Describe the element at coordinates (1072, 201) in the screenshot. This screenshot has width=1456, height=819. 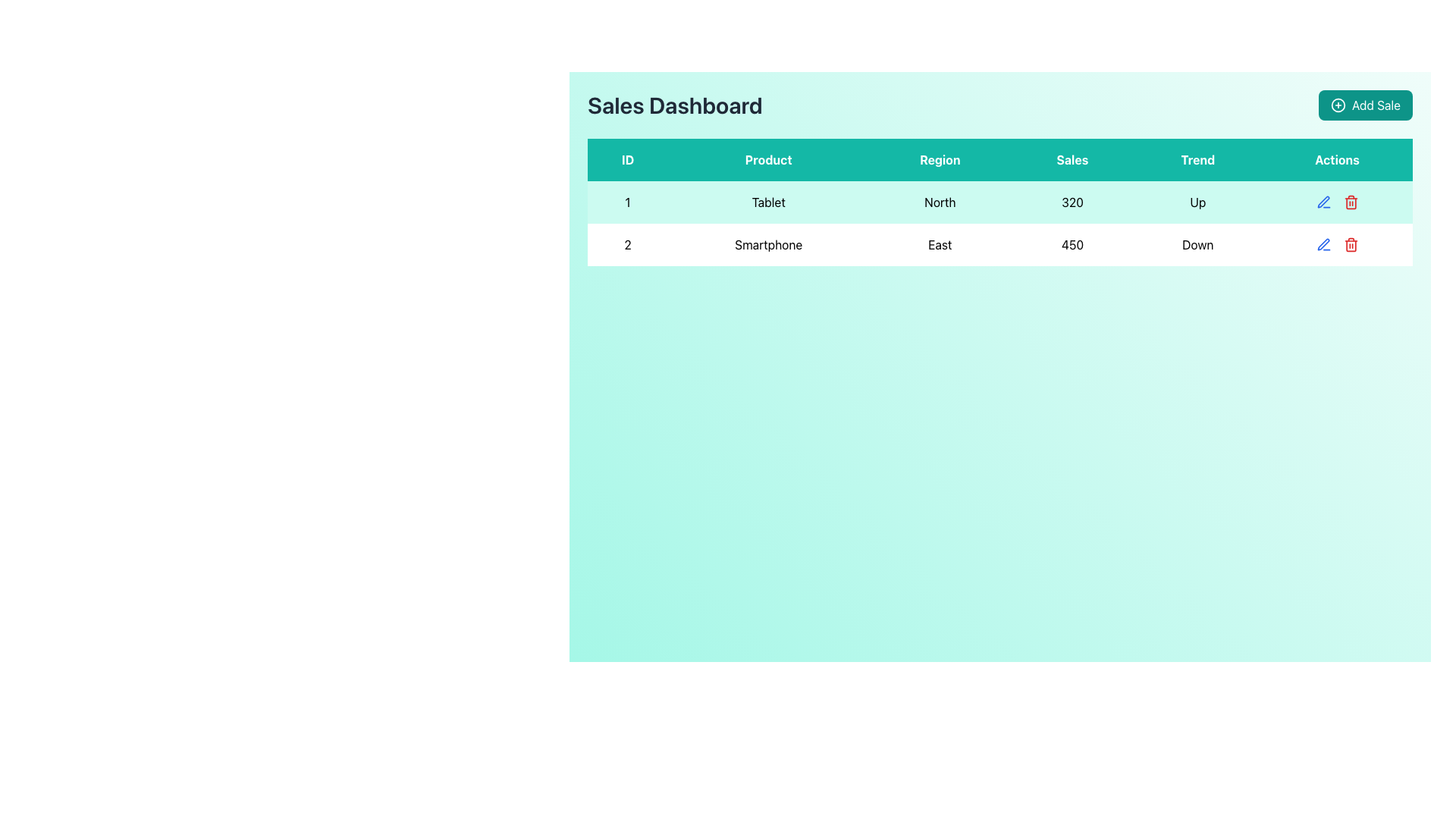
I see `numerical value '320' displayed in the 'Sales' column under the 'Tablet' row of the table` at that location.